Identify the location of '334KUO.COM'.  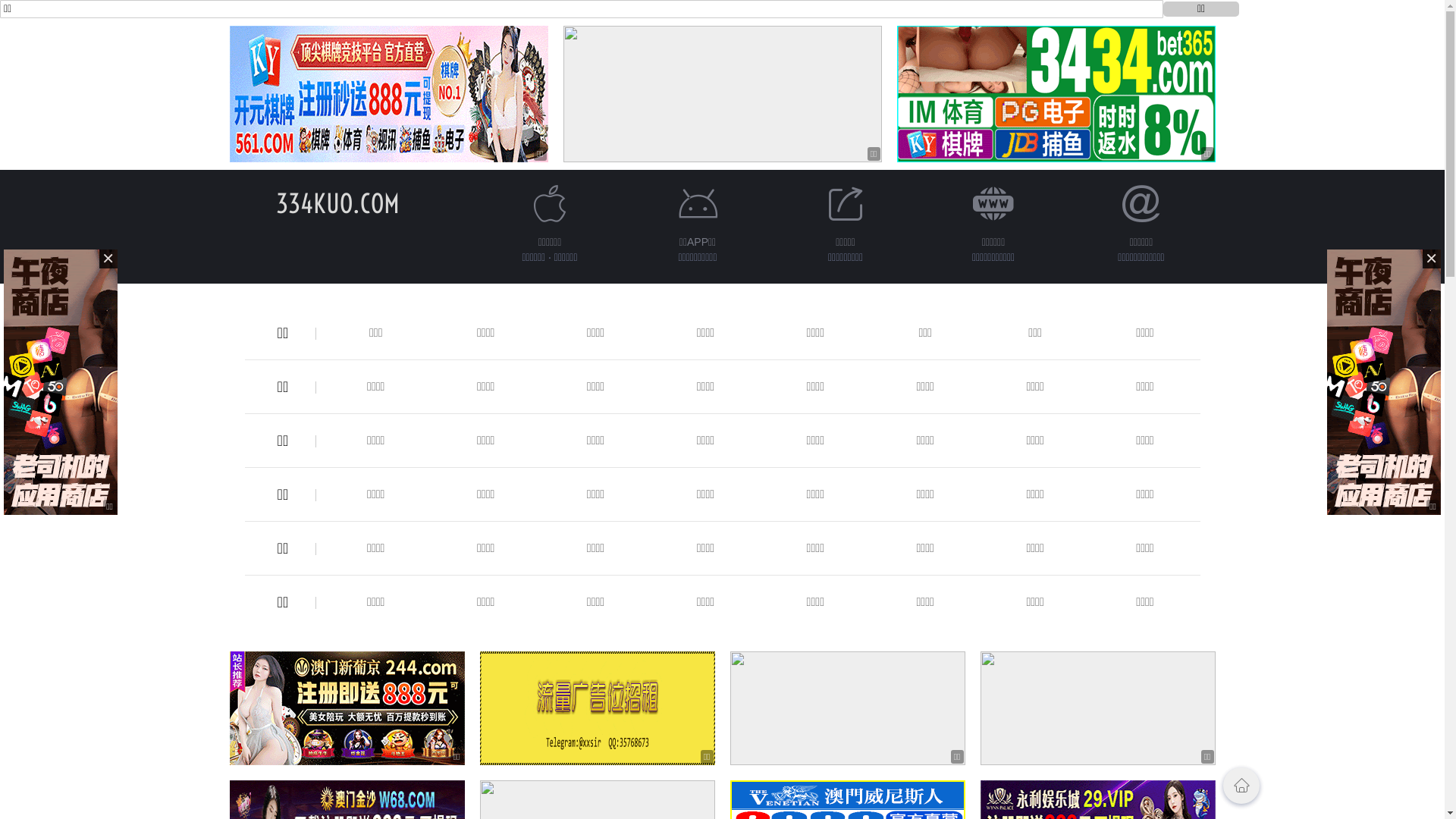
(276, 202).